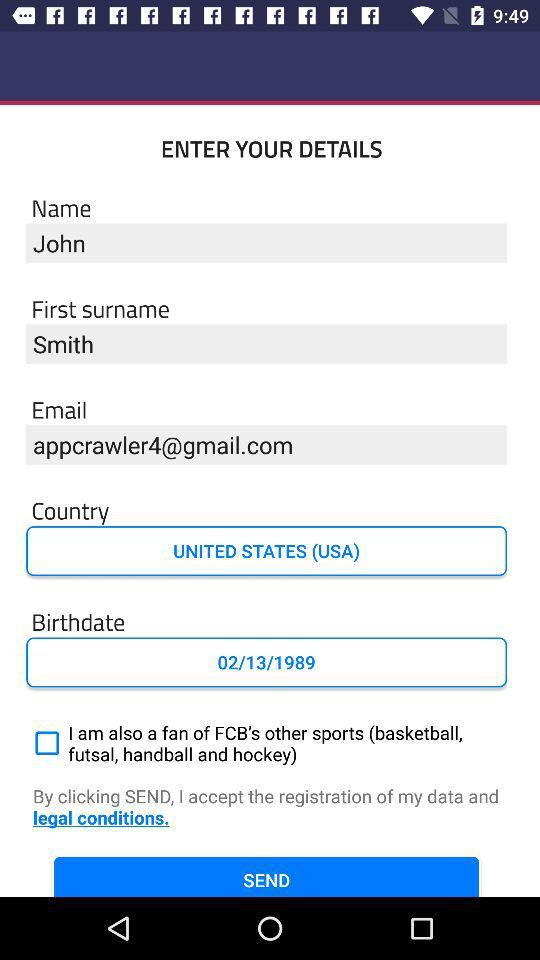 Image resolution: width=540 pixels, height=960 pixels. What do you see at coordinates (266, 242) in the screenshot?
I see `the john` at bounding box center [266, 242].